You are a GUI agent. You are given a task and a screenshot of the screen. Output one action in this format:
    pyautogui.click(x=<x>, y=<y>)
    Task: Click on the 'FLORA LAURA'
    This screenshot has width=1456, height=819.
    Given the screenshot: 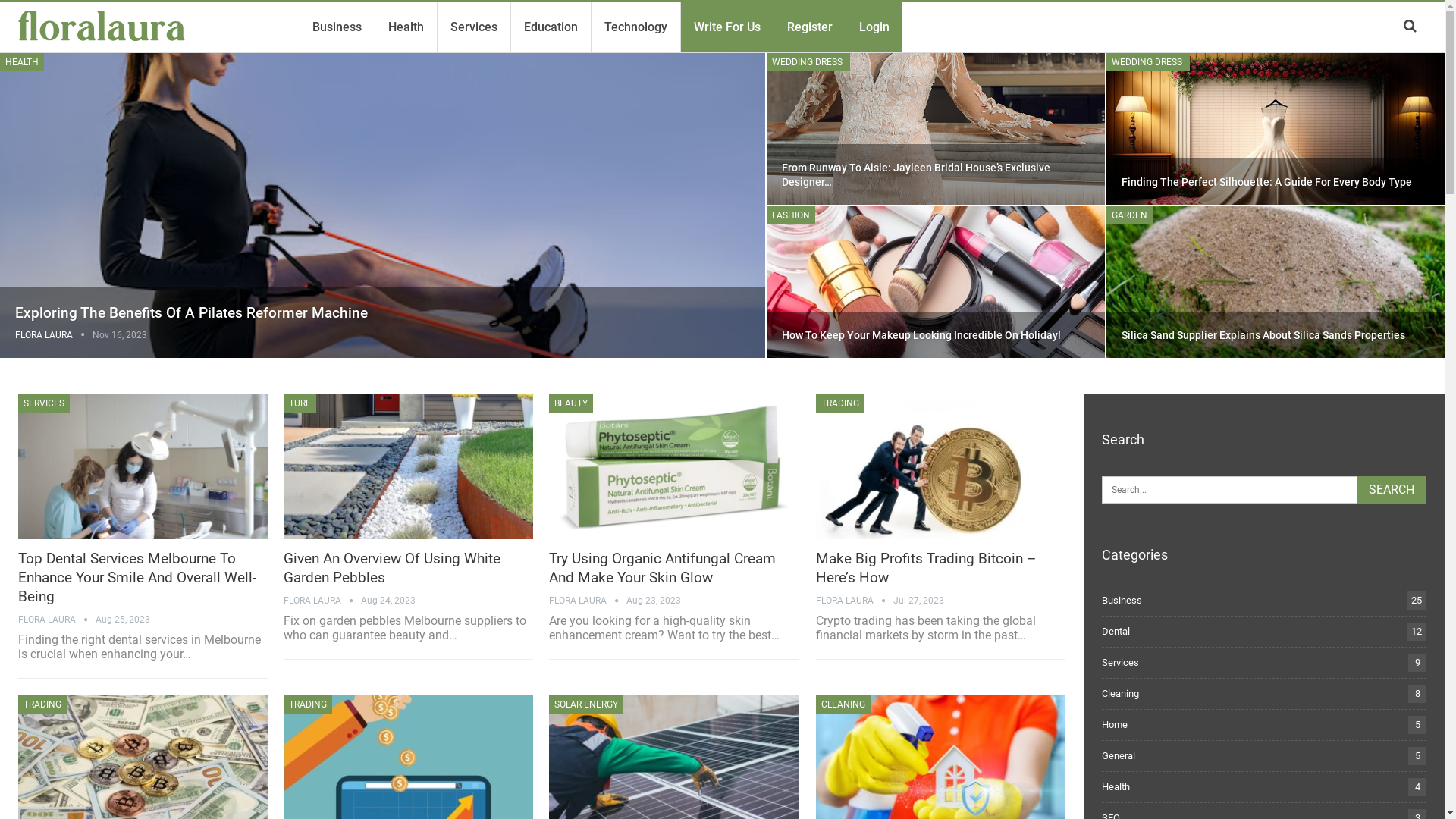 What is the action you would take?
    pyautogui.click(x=322, y=599)
    